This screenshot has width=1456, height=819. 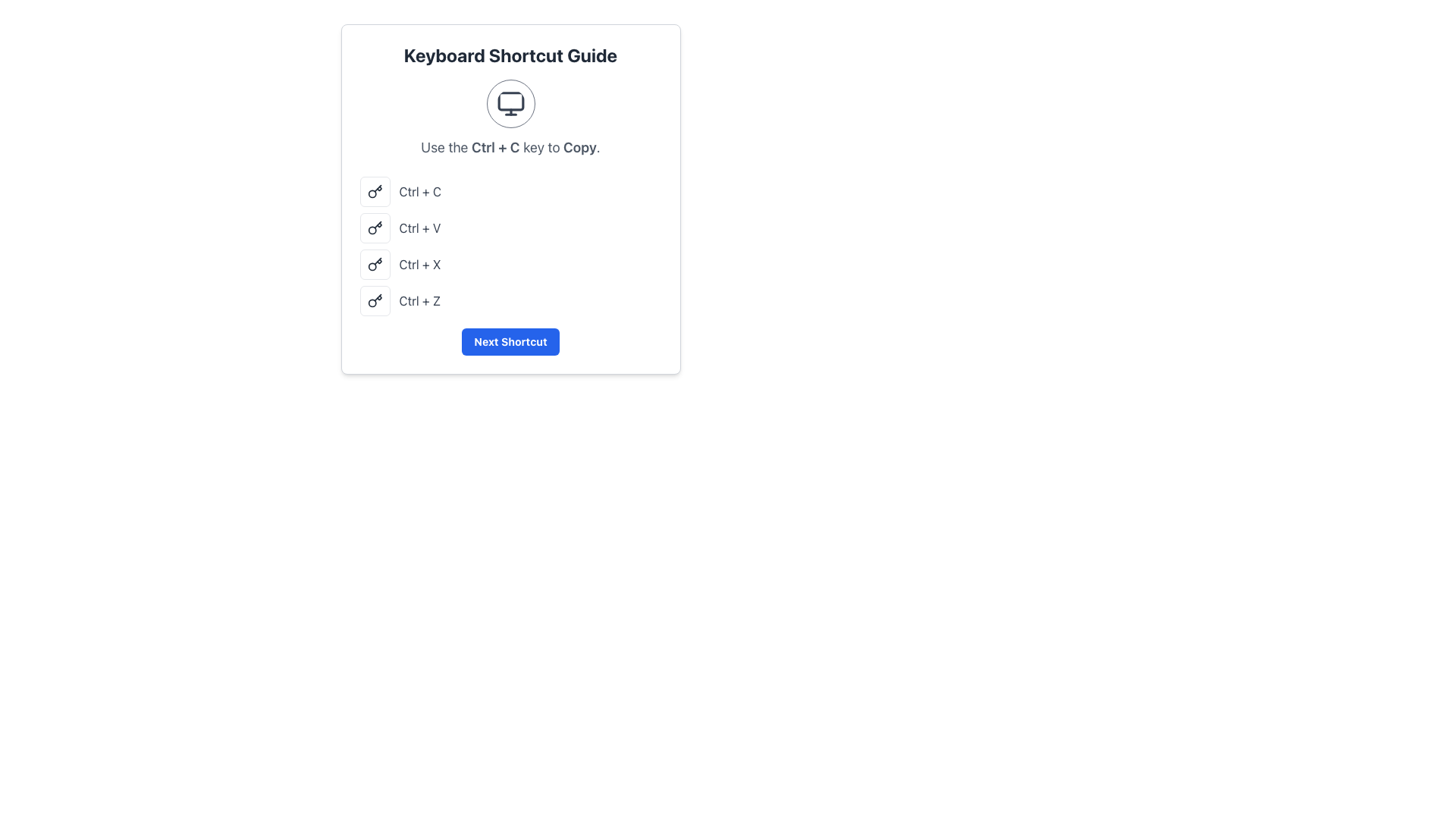 I want to click on the text element that instructs the user on the keyboard shortcut 'Ctrl + C', which is located below a computer monitor icon and above a list of keyboard shortcuts, so click(x=510, y=148).